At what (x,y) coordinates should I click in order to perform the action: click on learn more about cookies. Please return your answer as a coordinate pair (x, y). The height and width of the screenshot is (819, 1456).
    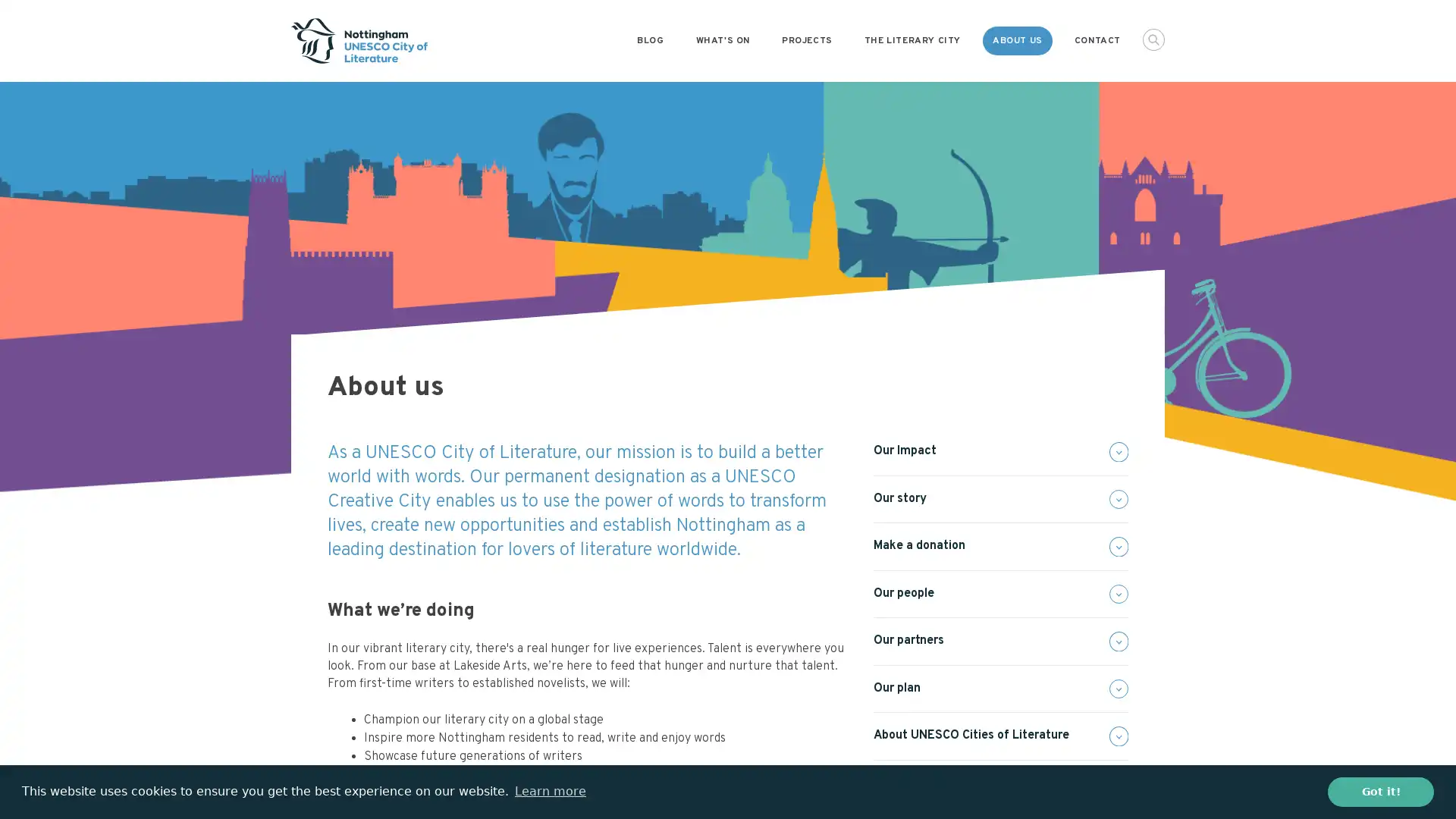
    Looking at the image, I should click on (549, 791).